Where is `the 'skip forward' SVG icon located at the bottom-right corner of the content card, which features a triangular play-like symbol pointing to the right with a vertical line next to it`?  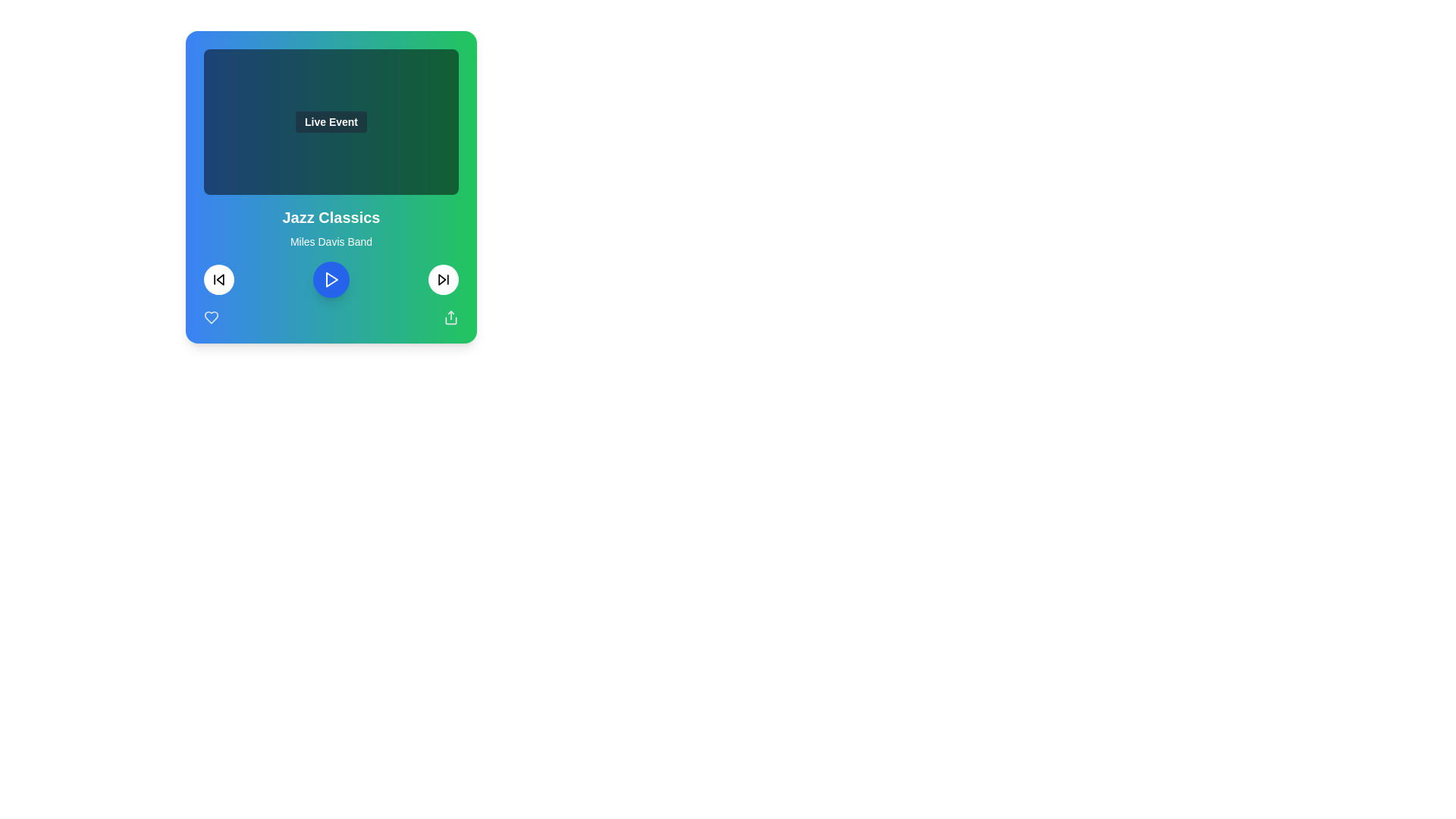 the 'skip forward' SVG icon located at the bottom-right corner of the content card, which features a triangular play-like symbol pointing to the right with a vertical line next to it is located at coordinates (443, 280).